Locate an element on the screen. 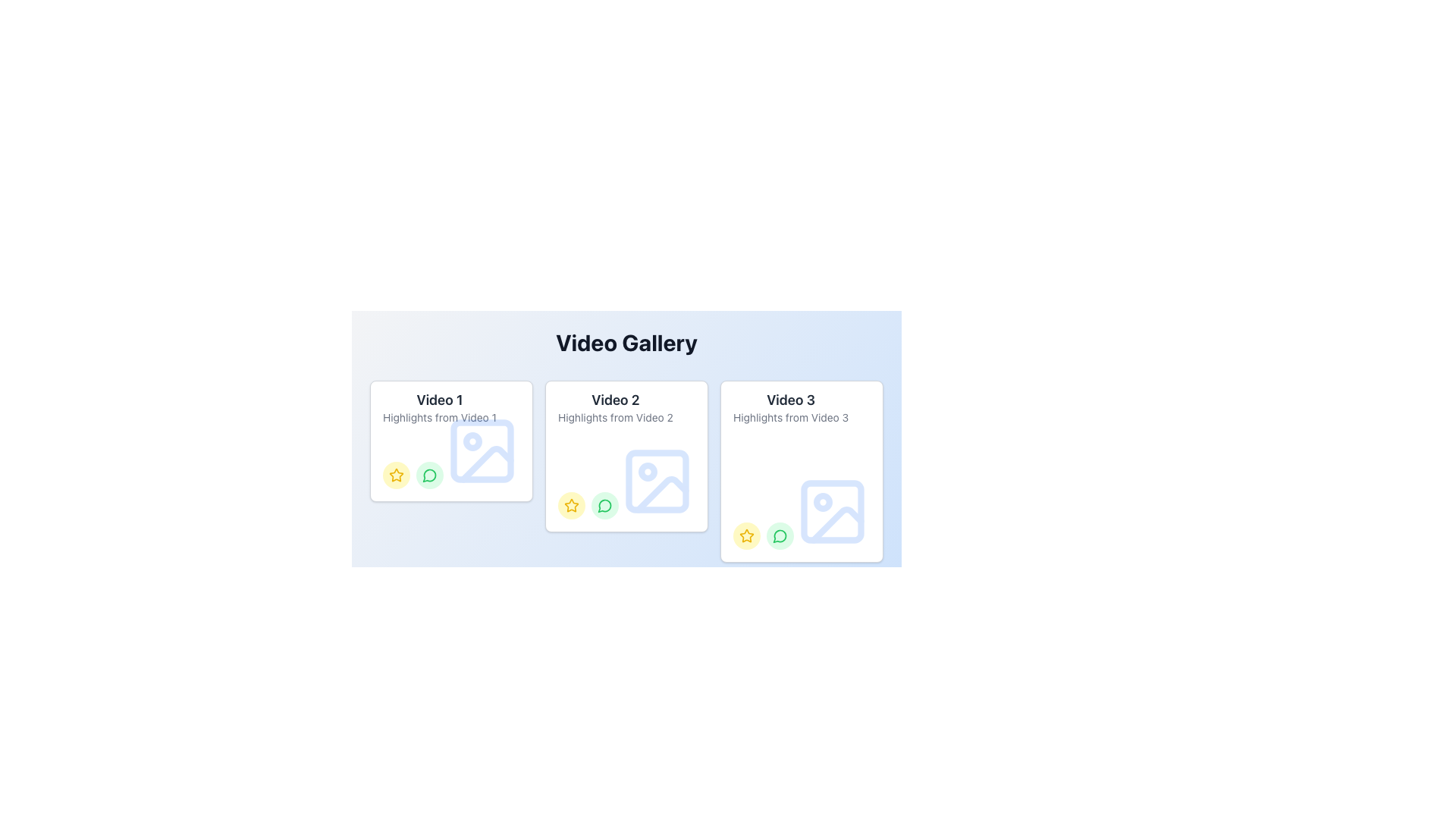  the favorite button located at the lower-left corner of the card labeled 'Video 1' to observe a visual change is located at coordinates (397, 669).